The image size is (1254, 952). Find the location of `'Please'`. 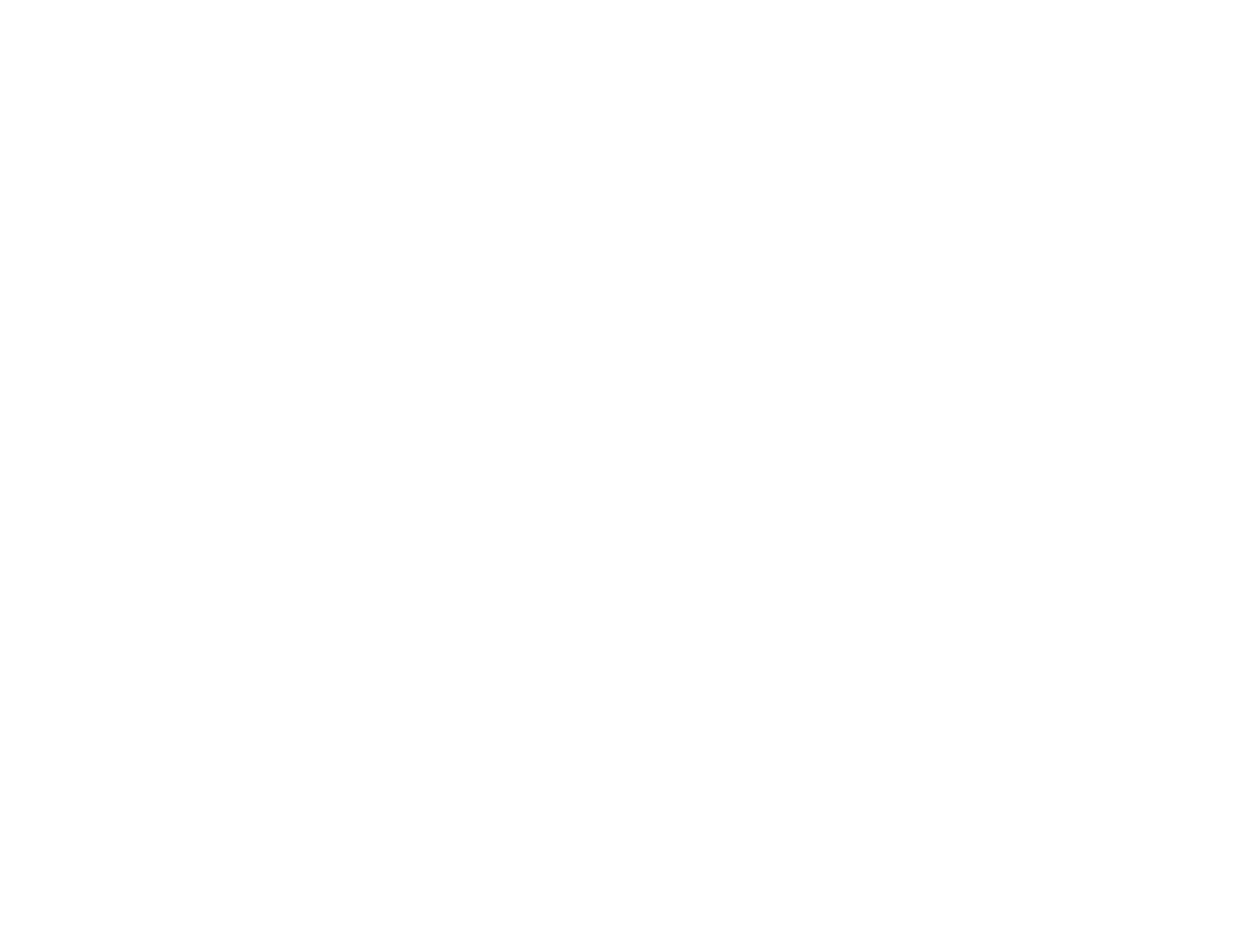

'Please' is located at coordinates (198, 137).